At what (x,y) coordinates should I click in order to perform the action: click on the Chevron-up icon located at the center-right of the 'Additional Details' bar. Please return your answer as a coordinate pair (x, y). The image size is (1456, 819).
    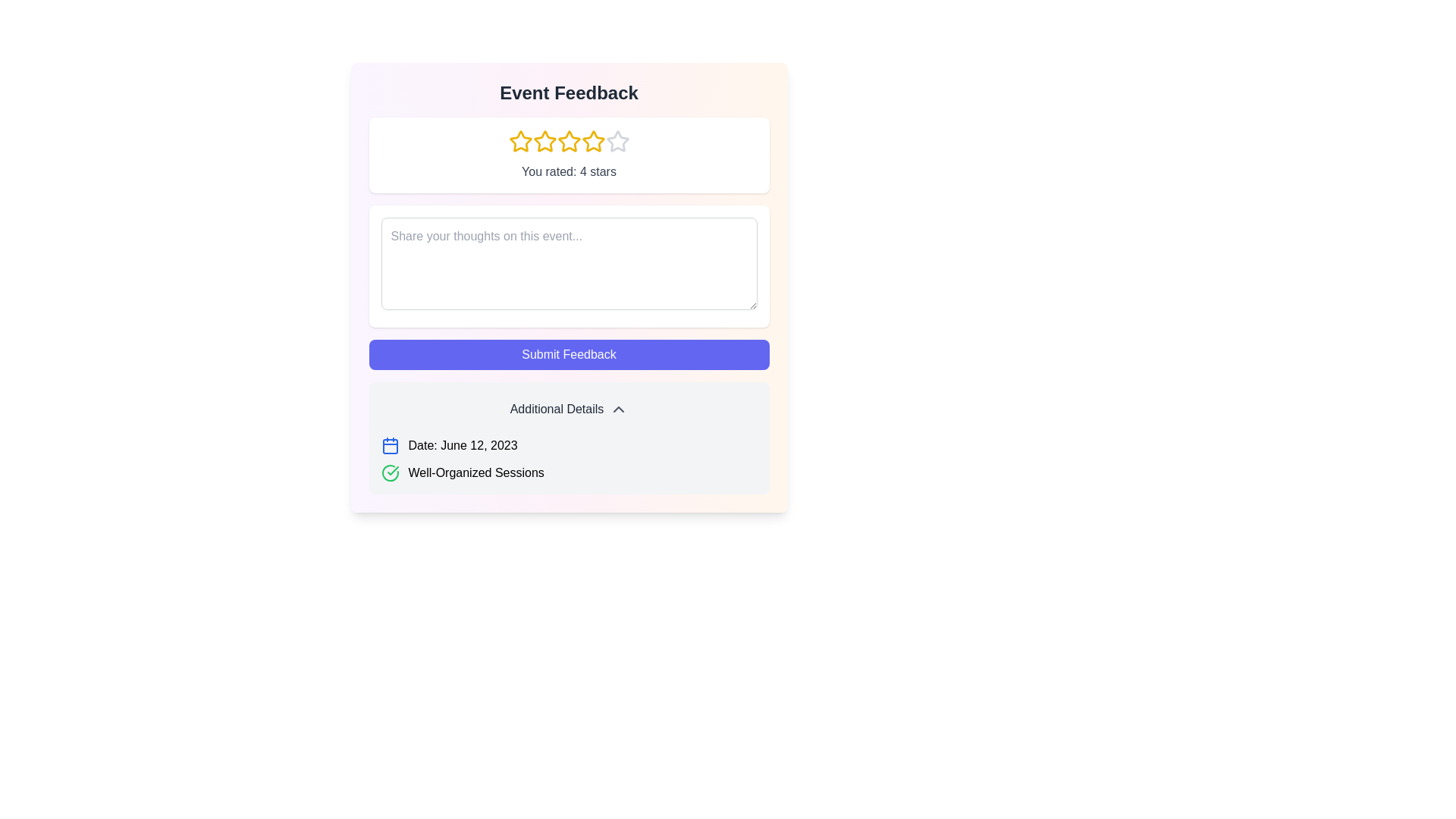
    Looking at the image, I should click on (619, 409).